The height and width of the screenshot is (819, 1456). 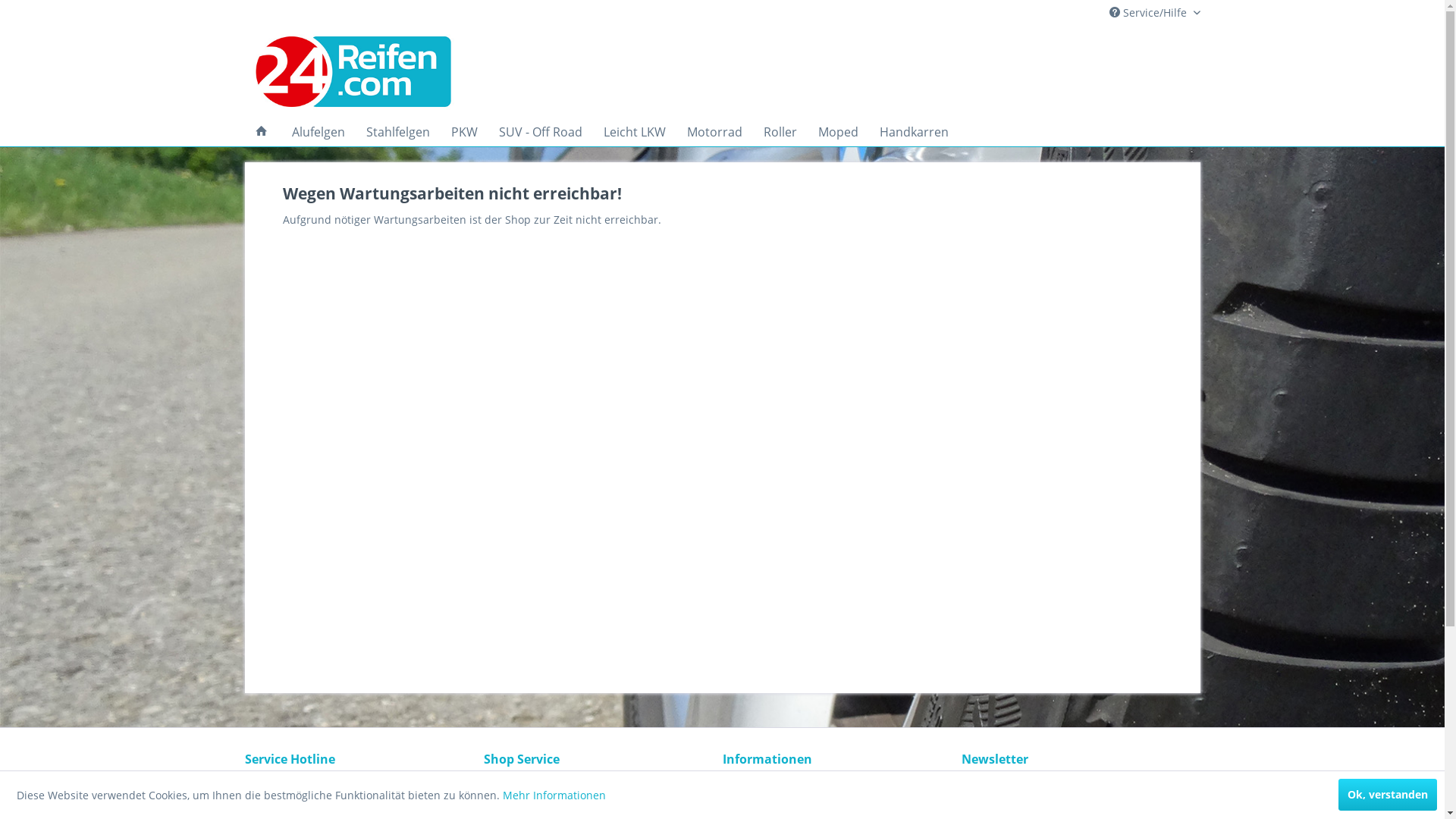 I want to click on 'Handkarren', so click(x=913, y=130).